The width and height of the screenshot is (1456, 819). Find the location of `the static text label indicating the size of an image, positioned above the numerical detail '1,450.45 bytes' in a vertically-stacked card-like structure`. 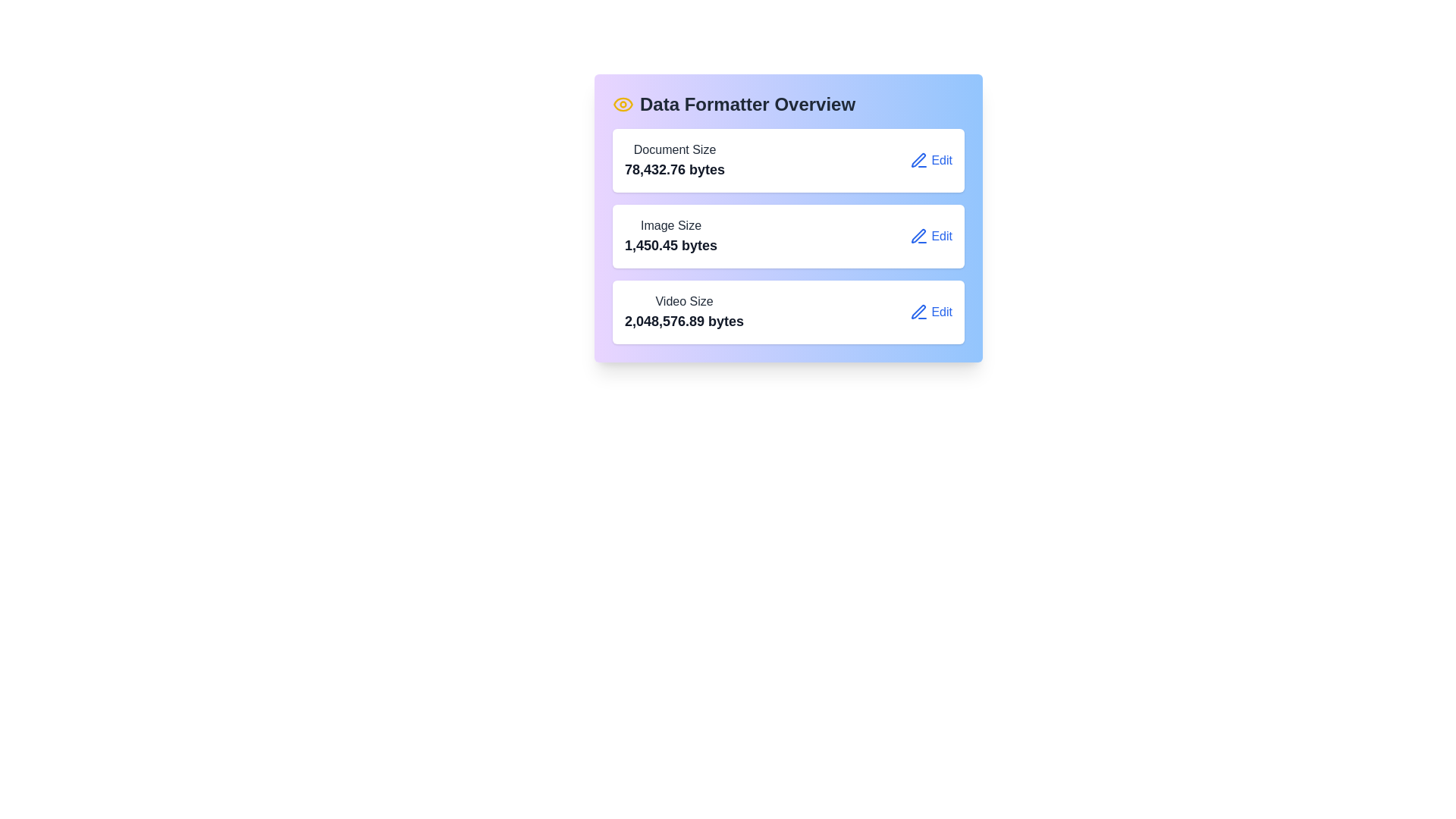

the static text label indicating the size of an image, positioned above the numerical detail '1,450.45 bytes' in a vertically-stacked card-like structure is located at coordinates (670, 225).